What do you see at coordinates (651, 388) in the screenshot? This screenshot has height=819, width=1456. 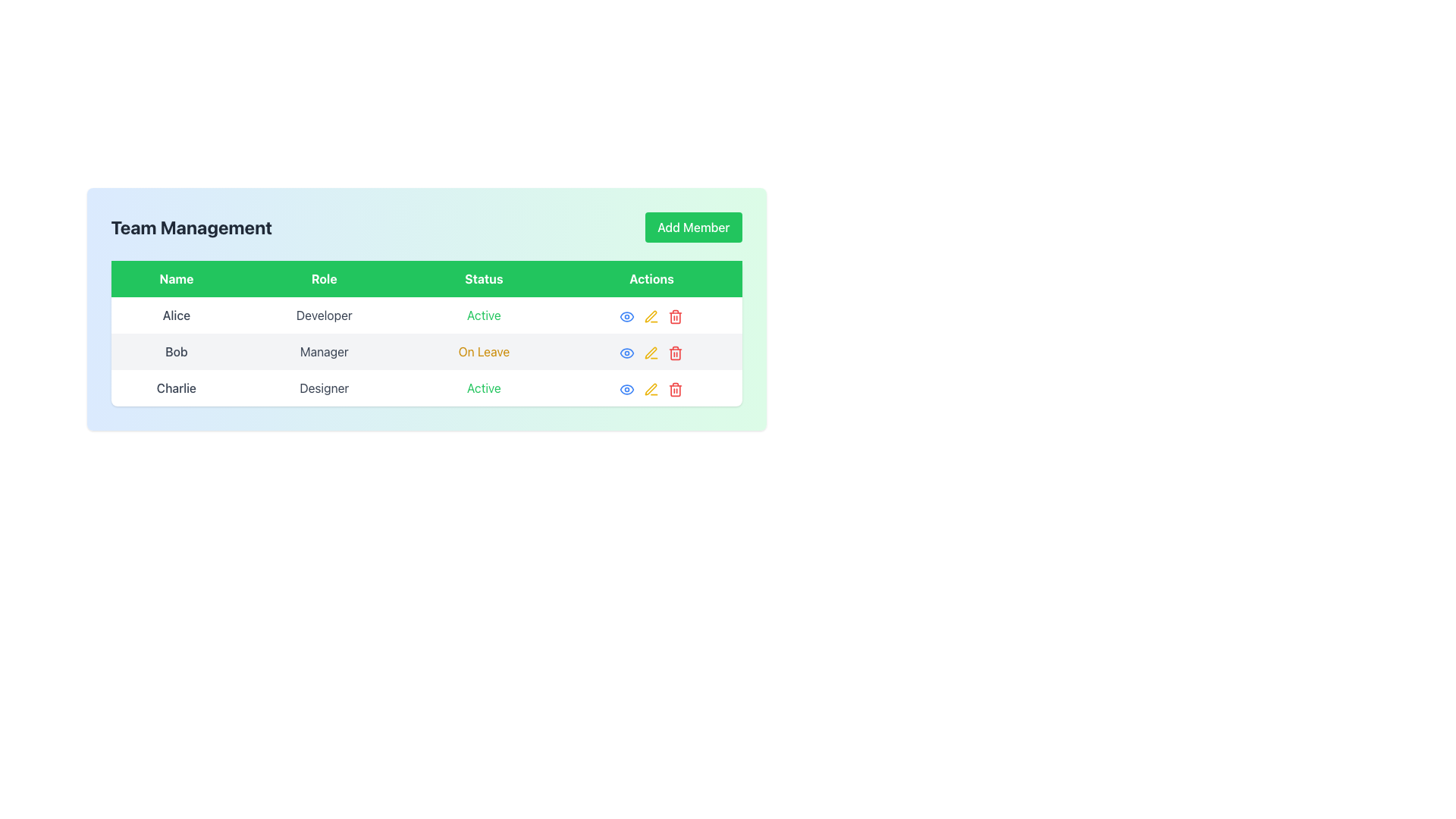 I see `the edit icon in the Actions column for the user 'Charlie'` at bounding box center [651, 388].